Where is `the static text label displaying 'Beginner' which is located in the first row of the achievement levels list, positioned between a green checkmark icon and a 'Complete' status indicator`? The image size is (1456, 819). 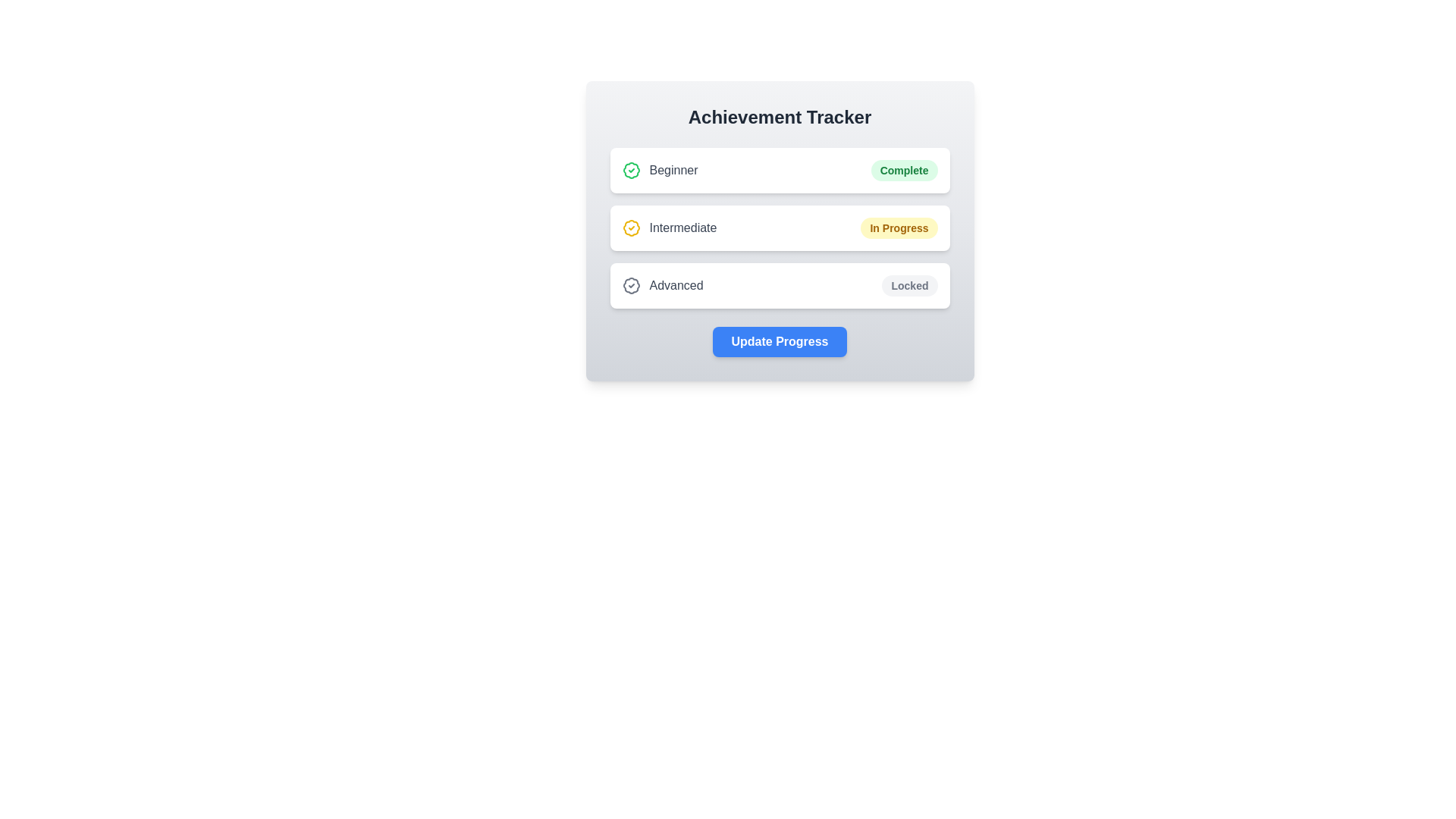 the static text label displaying 'Beginner' which is located in the first row of the achievement levels list, positioned between a green checkmark icon and a 'Complete' status indicator is located at coordinates (673, 170).